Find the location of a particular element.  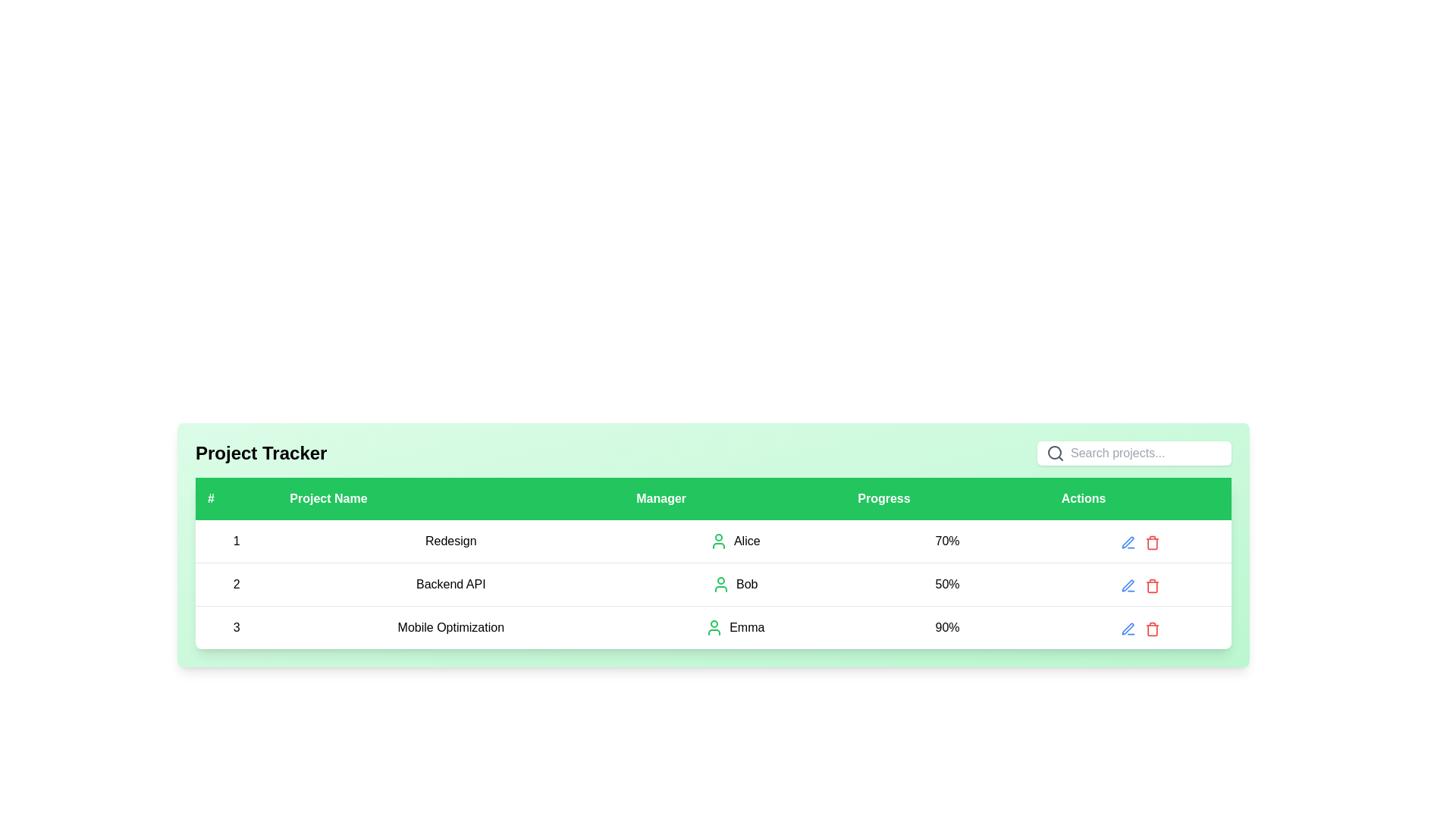

the 'Backend API' text label located in the second row of the project management interface under the 'Project Name' column is located at coordinates (450, 584).